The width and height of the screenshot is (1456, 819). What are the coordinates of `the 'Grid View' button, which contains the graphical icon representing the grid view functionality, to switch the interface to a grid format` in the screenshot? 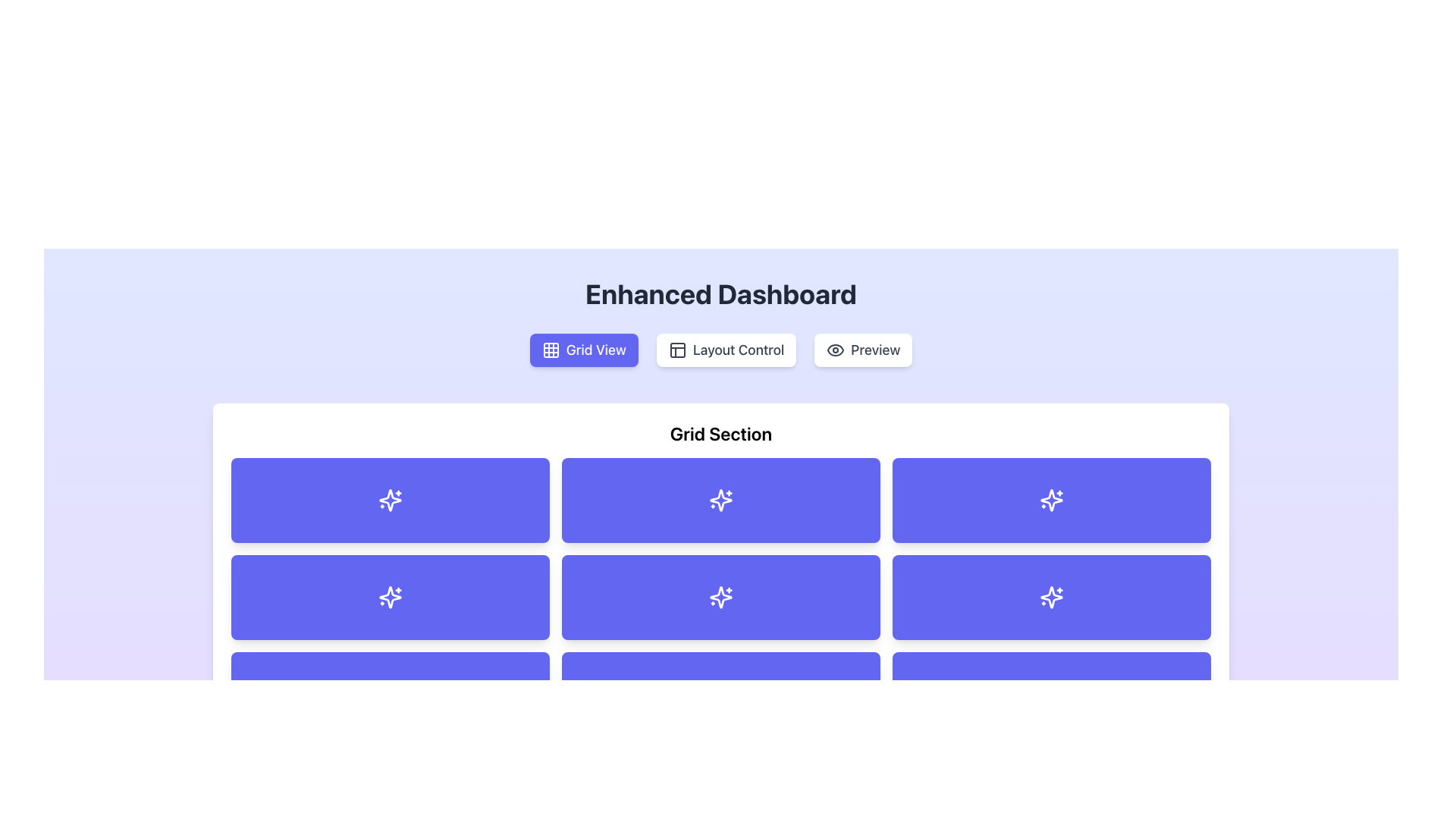 It's located at (550, 350).